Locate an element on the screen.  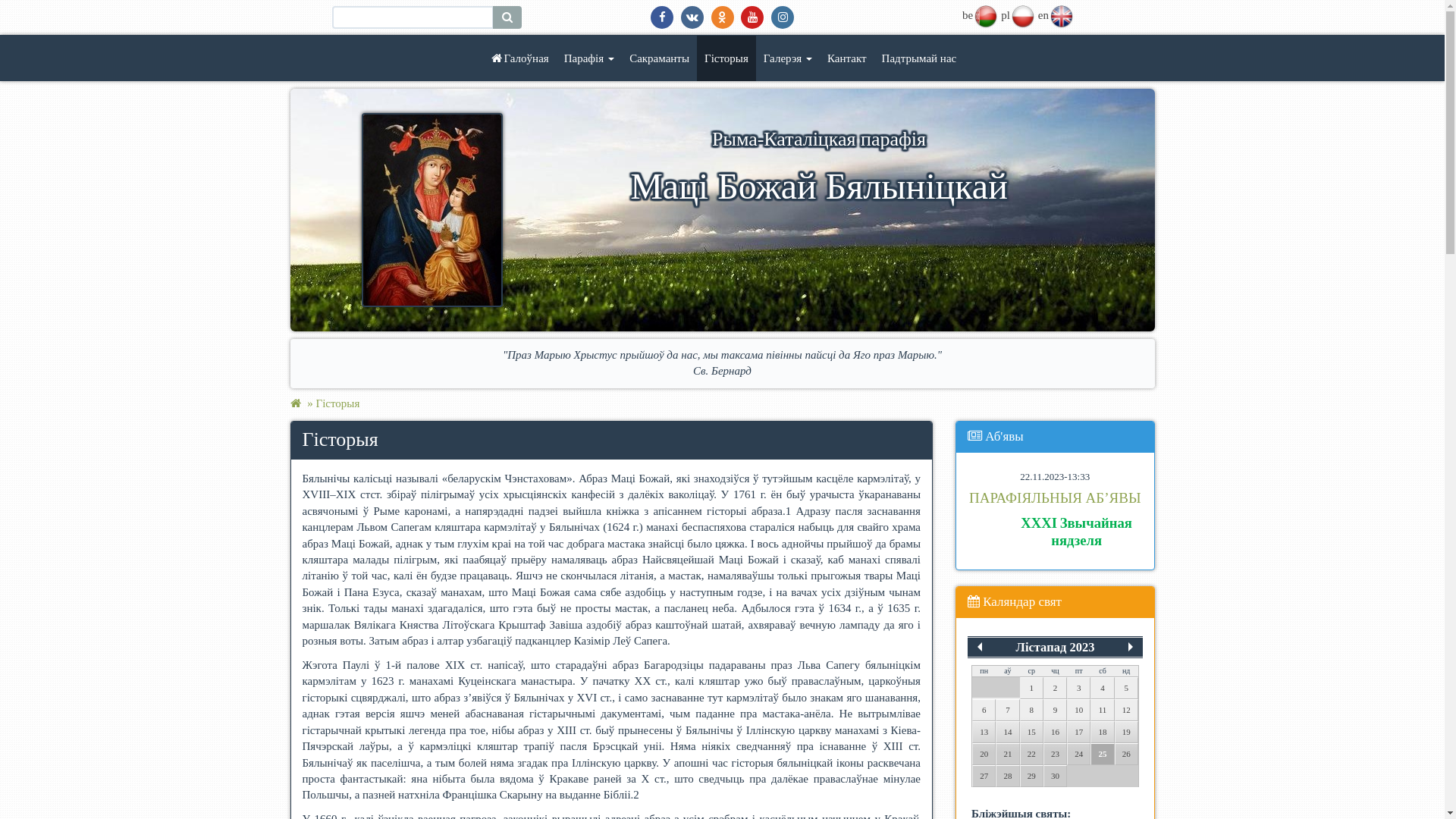
'be' is located at coordinates (985, 14).